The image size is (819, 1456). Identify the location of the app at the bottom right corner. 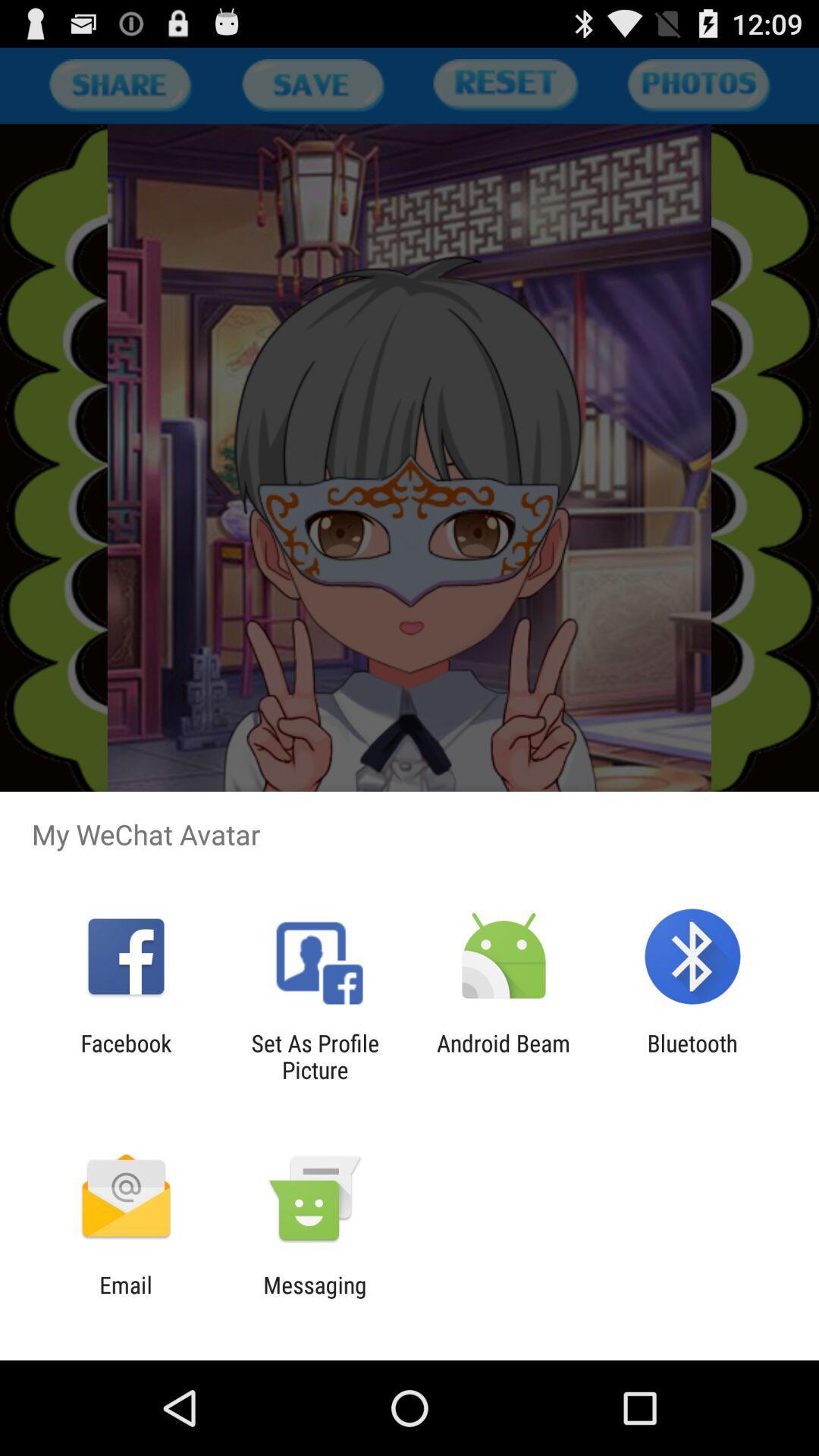
(692, 1056).